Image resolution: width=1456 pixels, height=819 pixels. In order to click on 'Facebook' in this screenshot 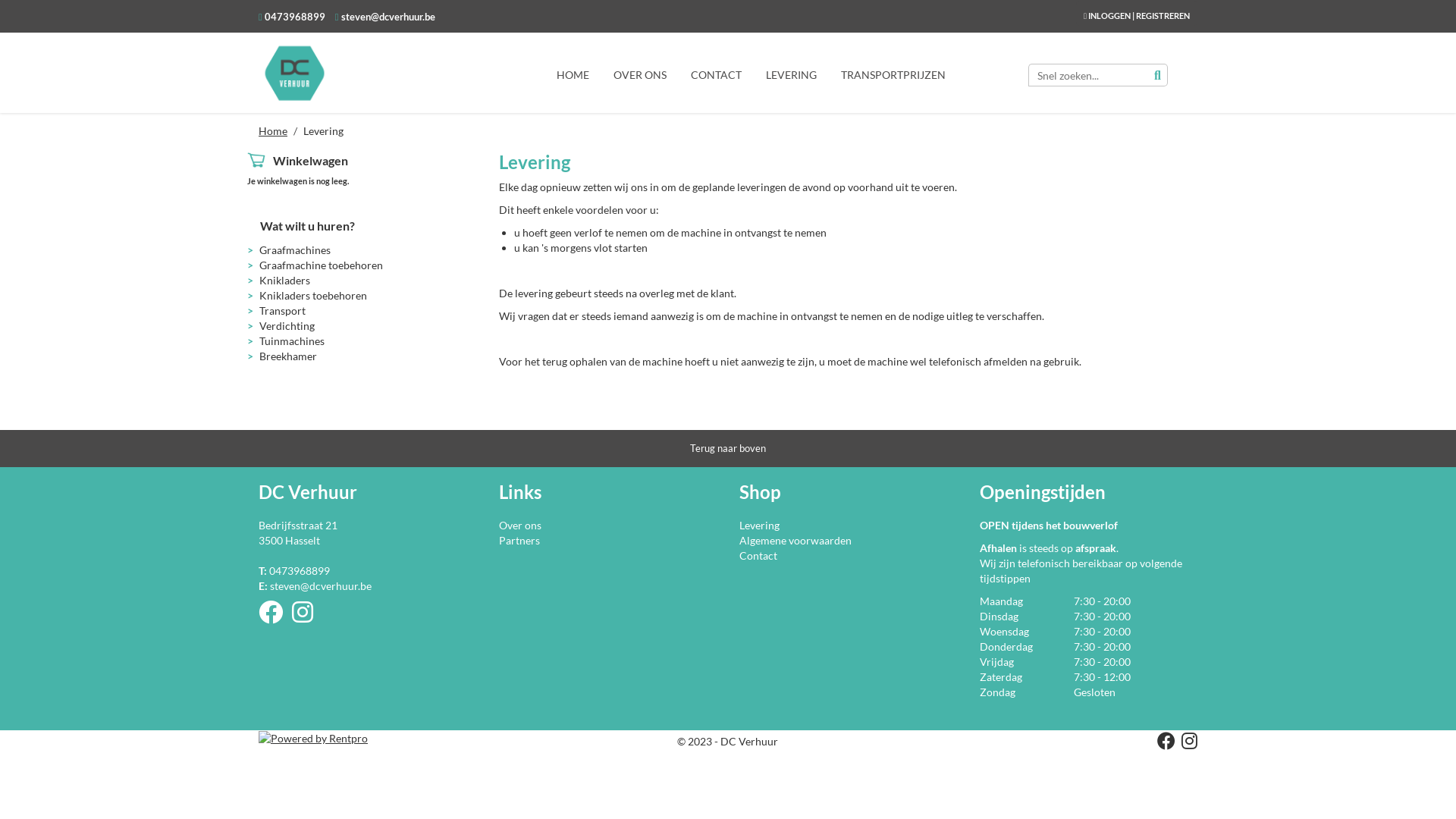, I will do `click(1163, 742)`.